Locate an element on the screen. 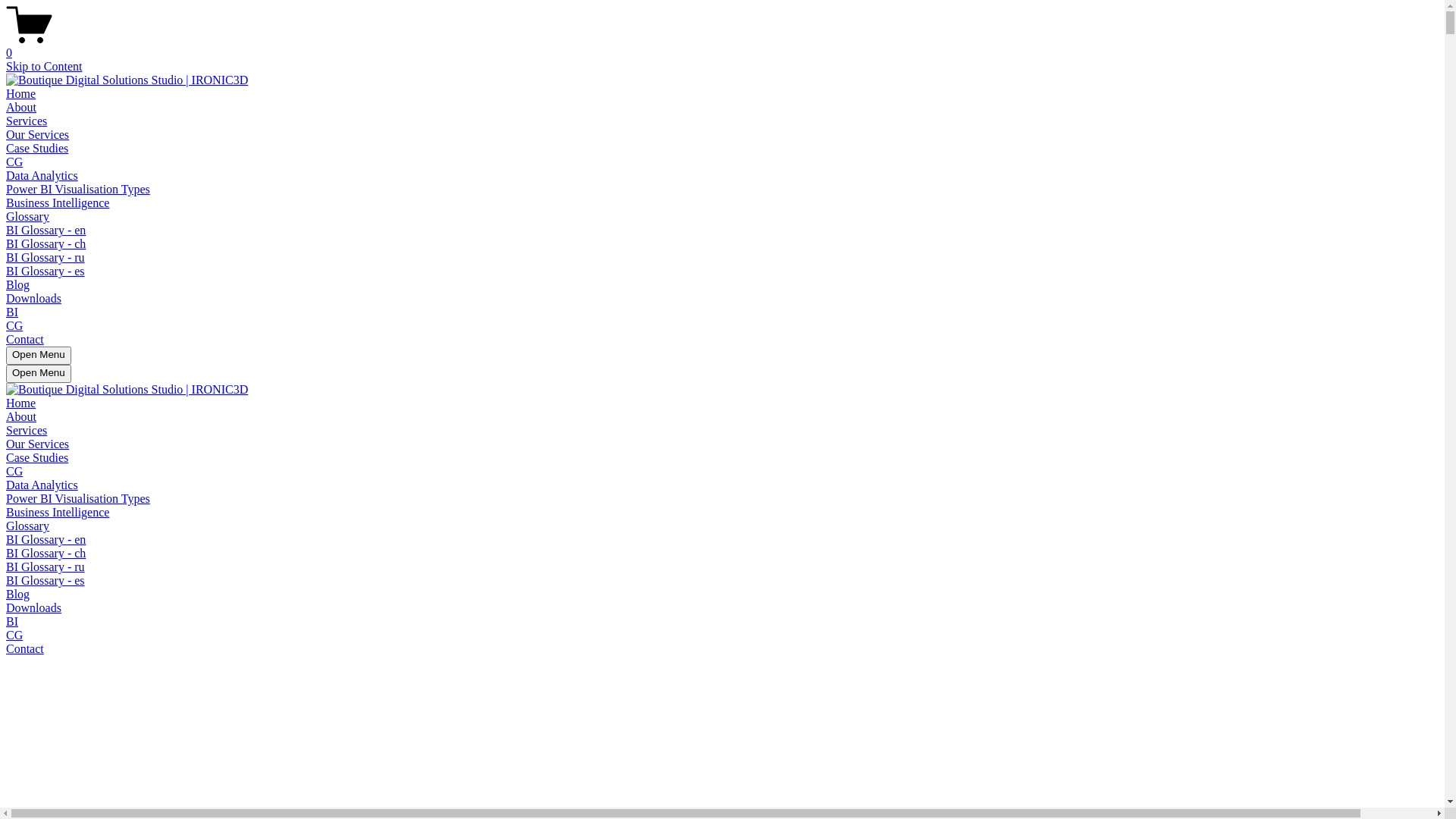 This screenshot has width=1456, height=819. 'Open Menu' is located at coordinates (39, 374).